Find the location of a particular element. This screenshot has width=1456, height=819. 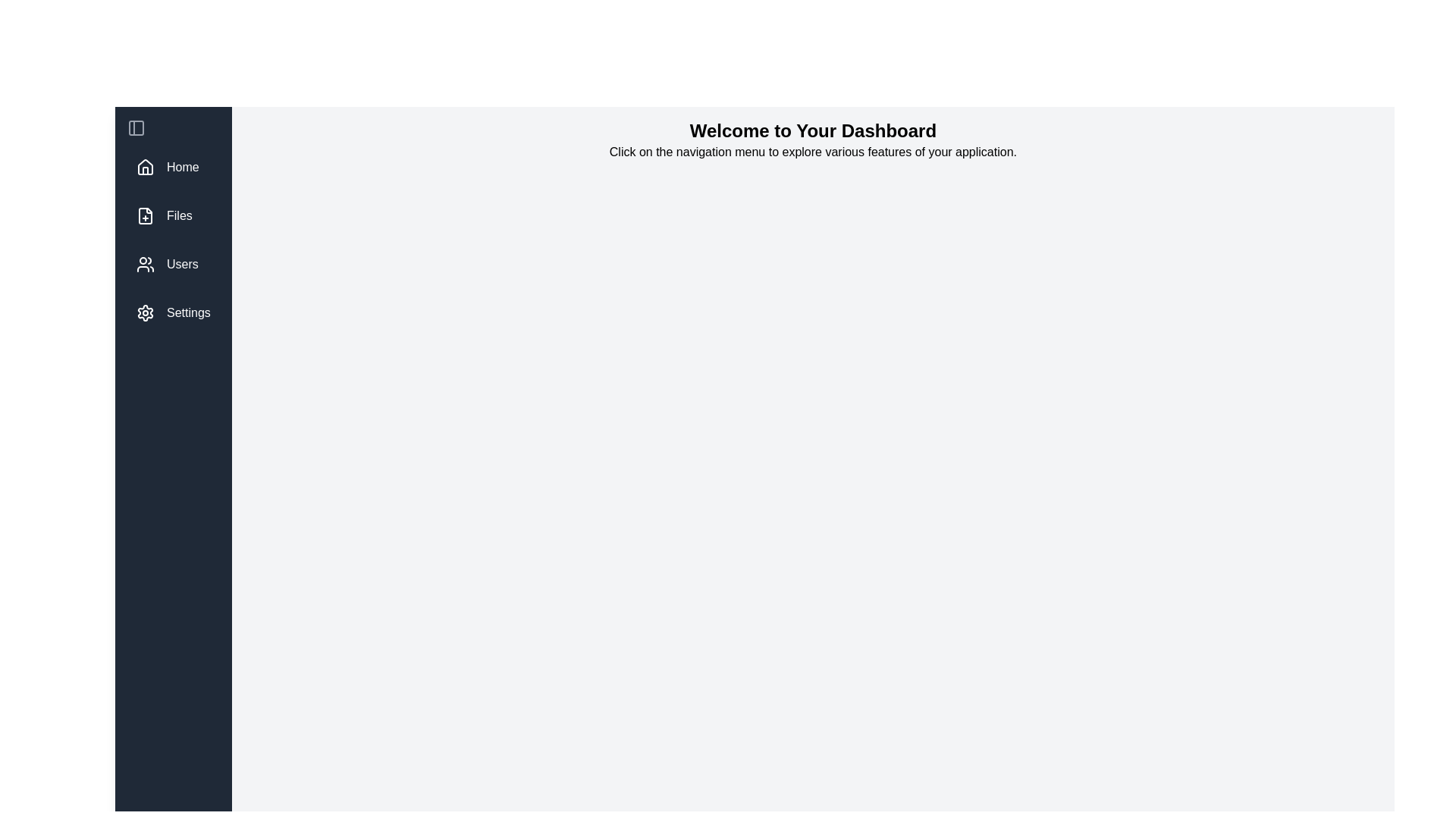

the 'Users' item in the vertically stacked navigation menu located on the left side of the interface is located at coordinates (173, 239).